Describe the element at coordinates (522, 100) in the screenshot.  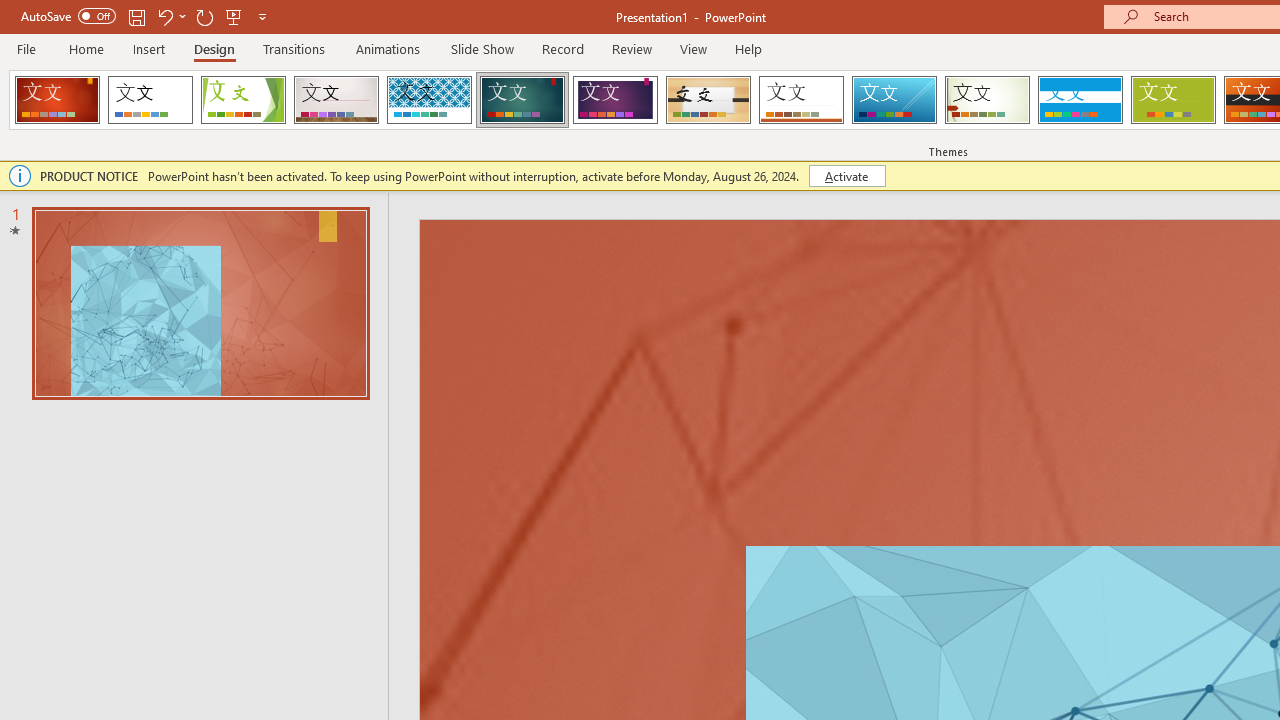
I see `'Ion'` at that location.